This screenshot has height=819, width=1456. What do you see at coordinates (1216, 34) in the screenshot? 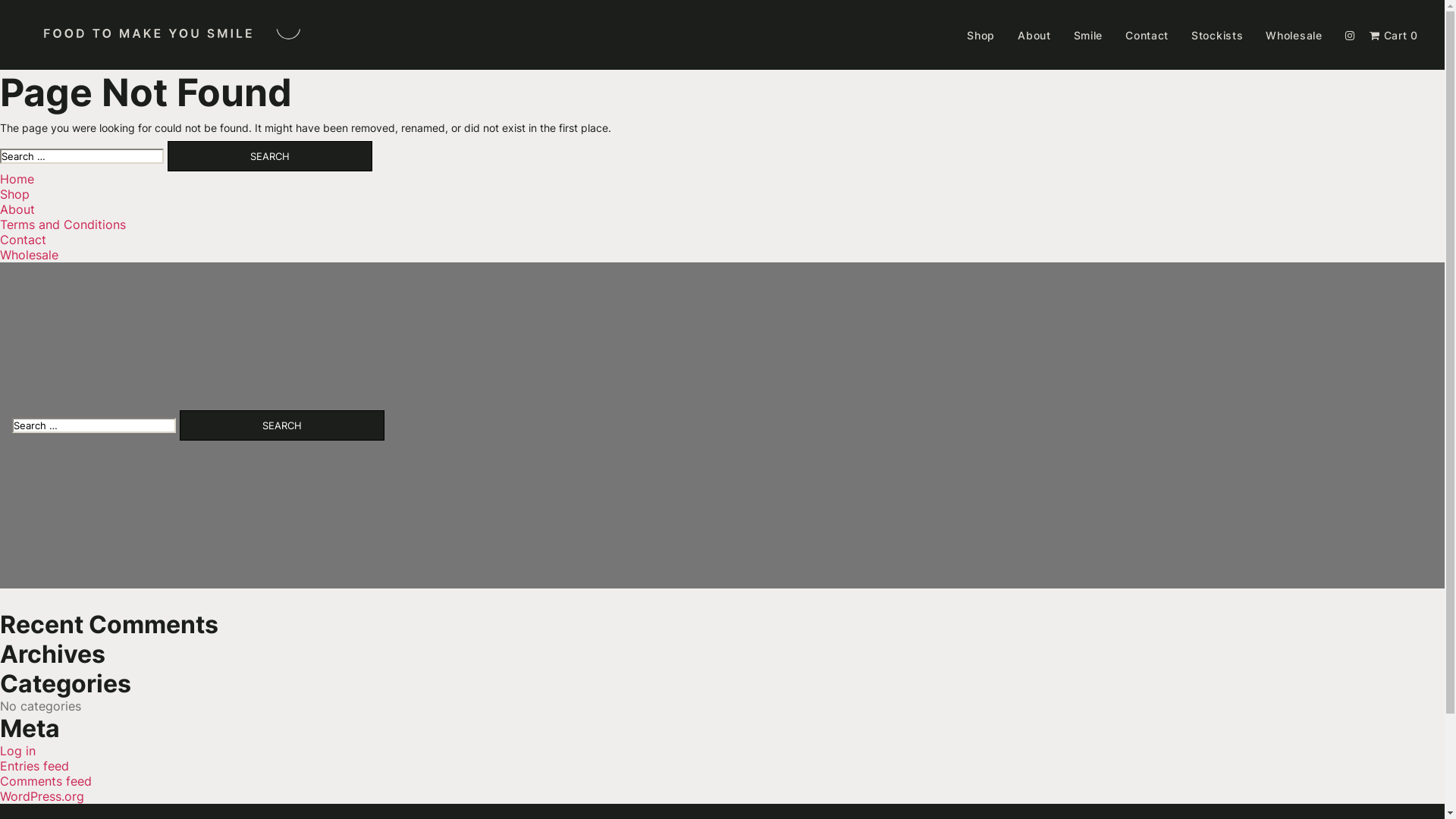
I see `'Stockists'` at bounding box center [1216, 34].